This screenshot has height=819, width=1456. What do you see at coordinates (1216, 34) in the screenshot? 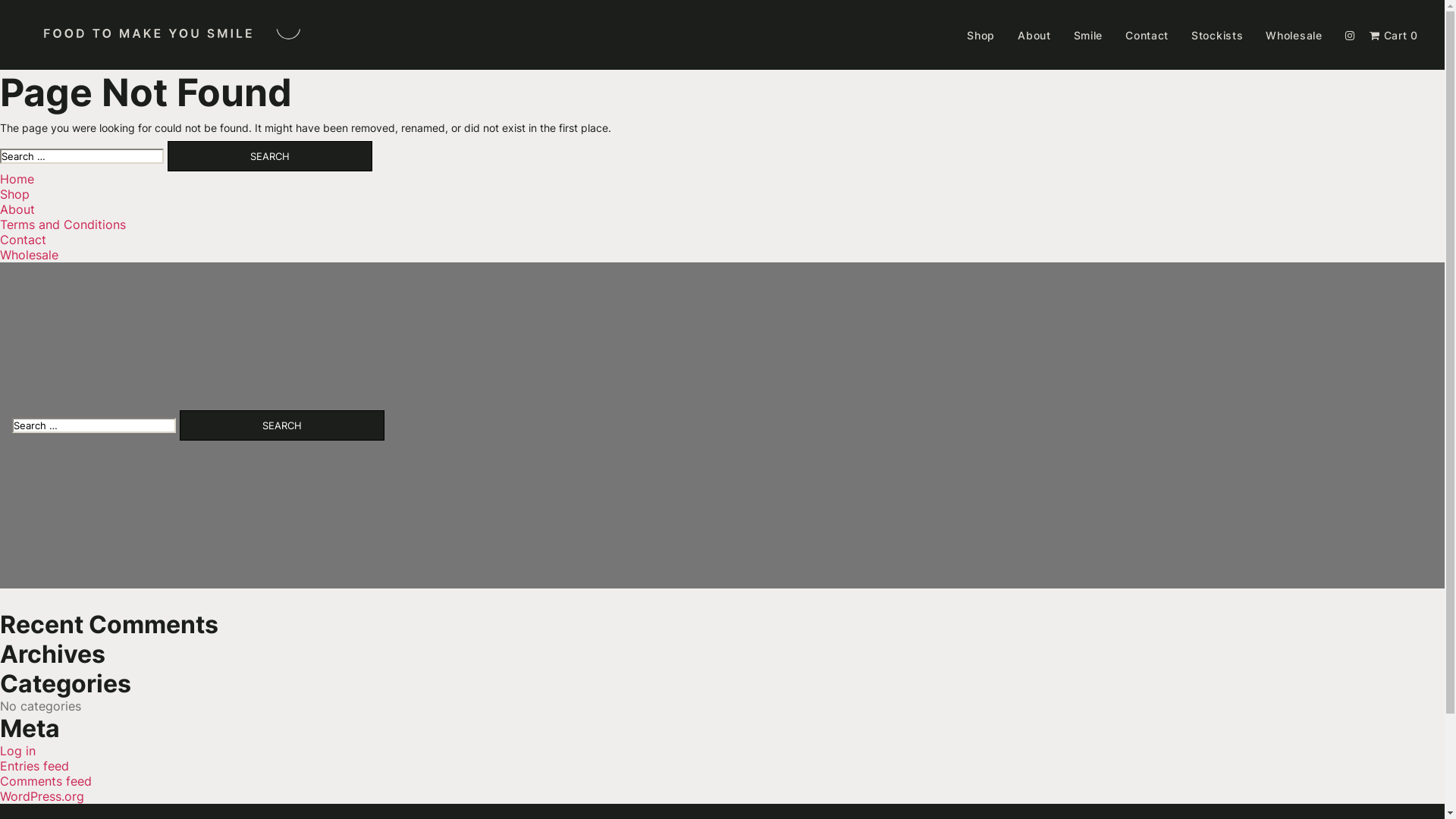
I see `'Stockists'` at bounding box center [1216, 34].